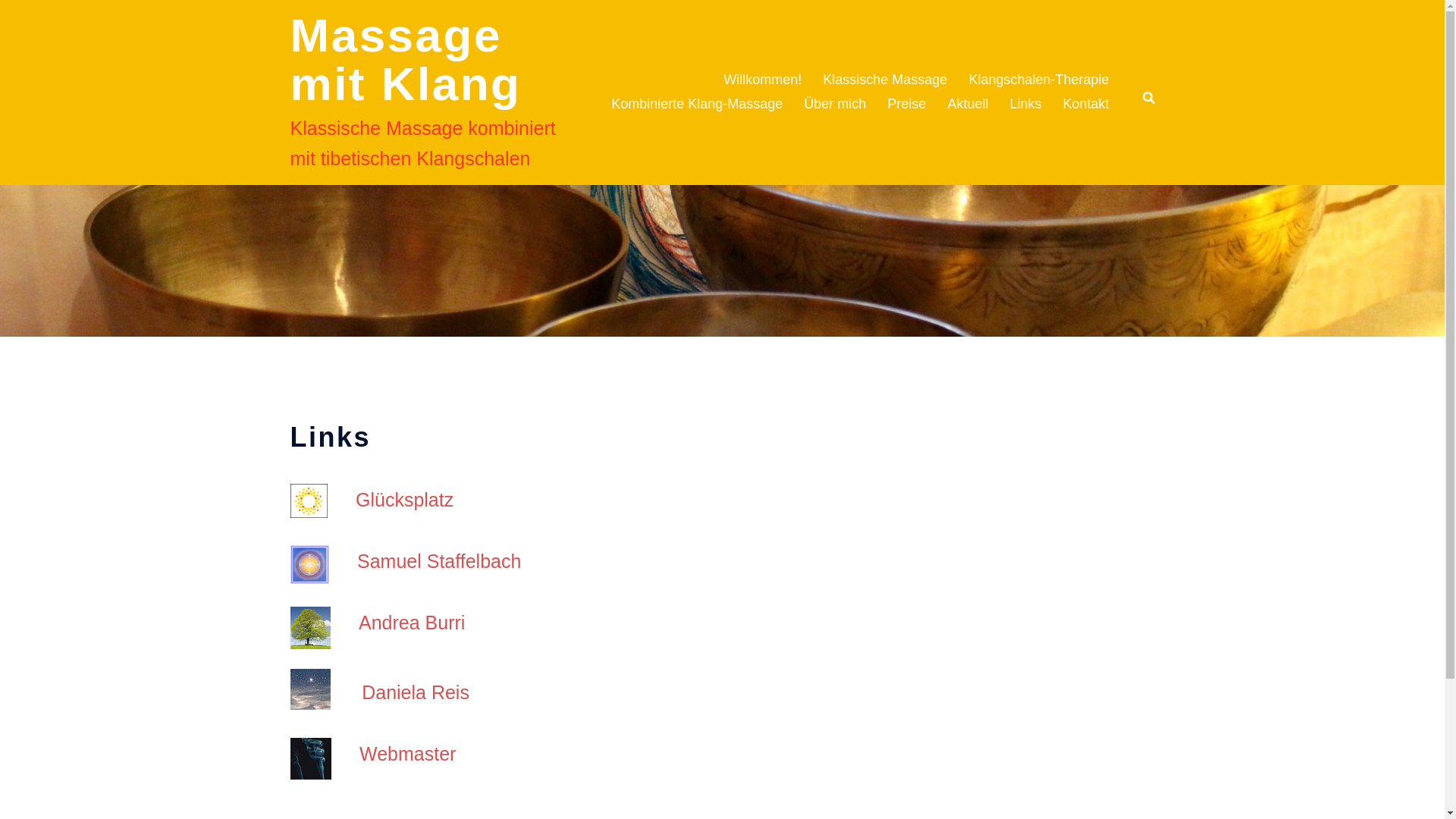 The image size is (1456, 819). Describe the element at coordinates (356, 561) in the screenshot. I see `'Samuel Staffelbach'` at that location.